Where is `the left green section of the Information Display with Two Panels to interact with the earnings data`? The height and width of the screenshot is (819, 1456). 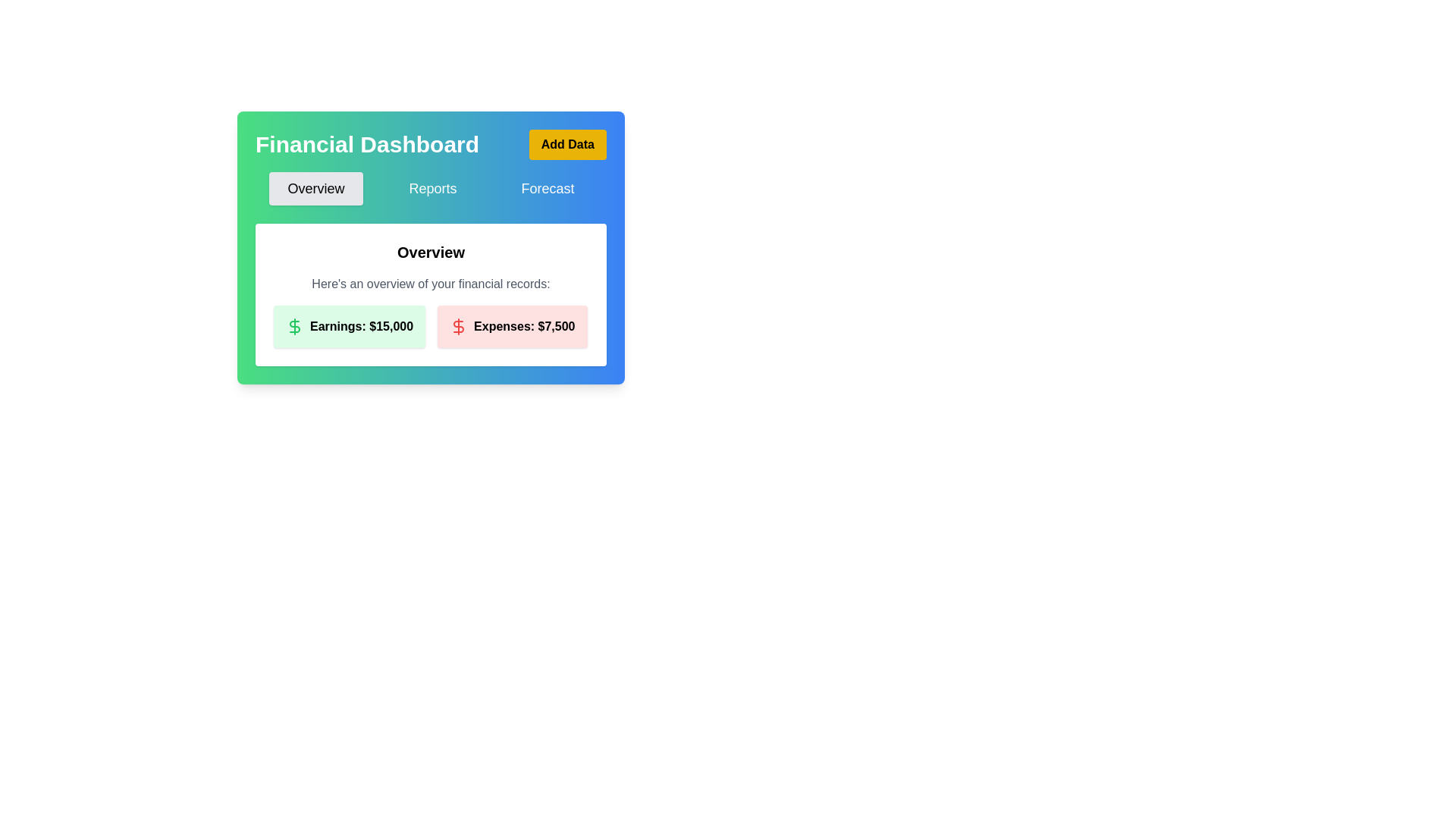 the left green section of the Information Display with Two Panels to interact with the earnings data is located at coordinates (430, 326).